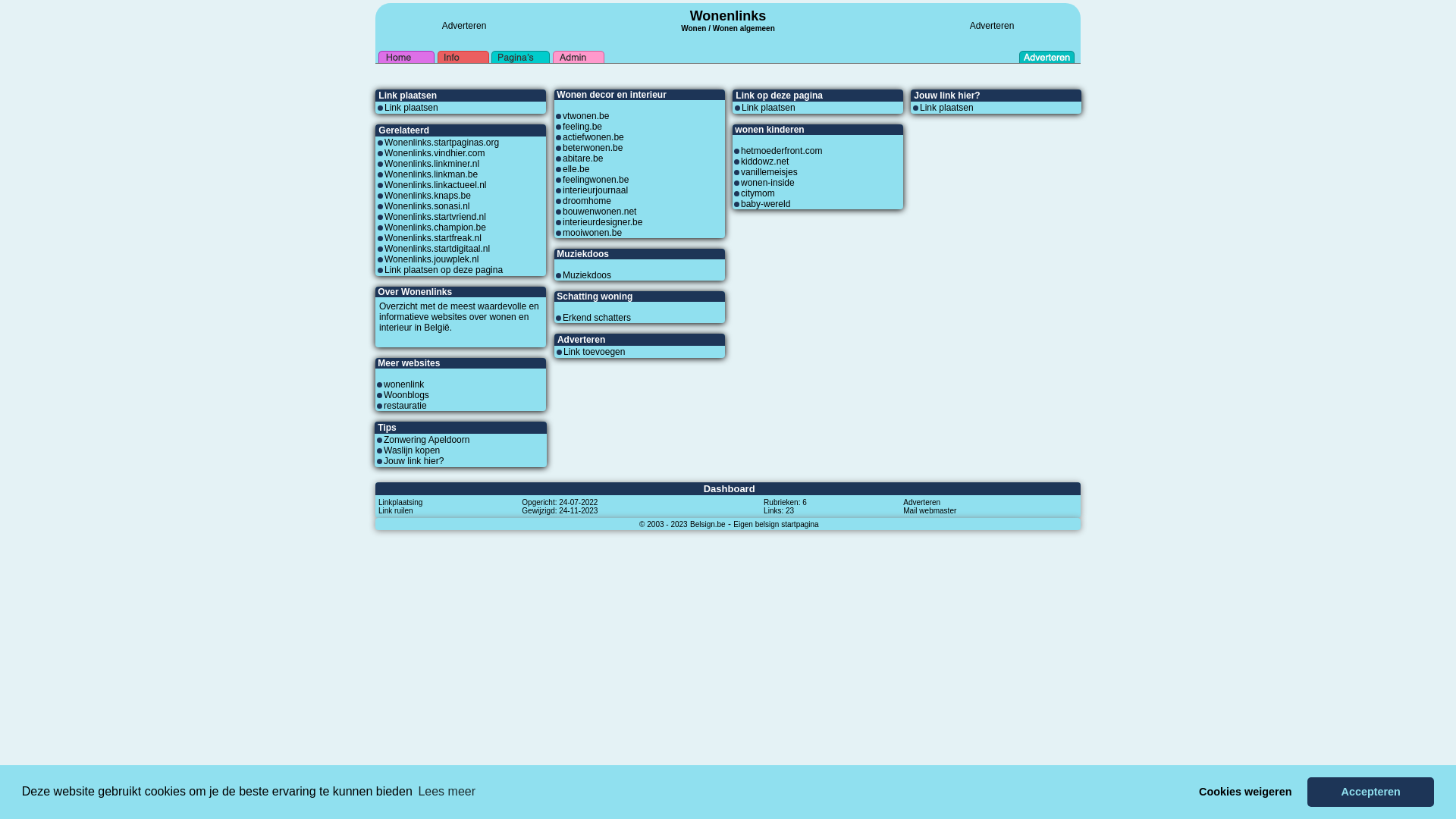  Describe the element at coordinates (406, 394) in the screenshot. I see `'Woonblogs'` at that location.